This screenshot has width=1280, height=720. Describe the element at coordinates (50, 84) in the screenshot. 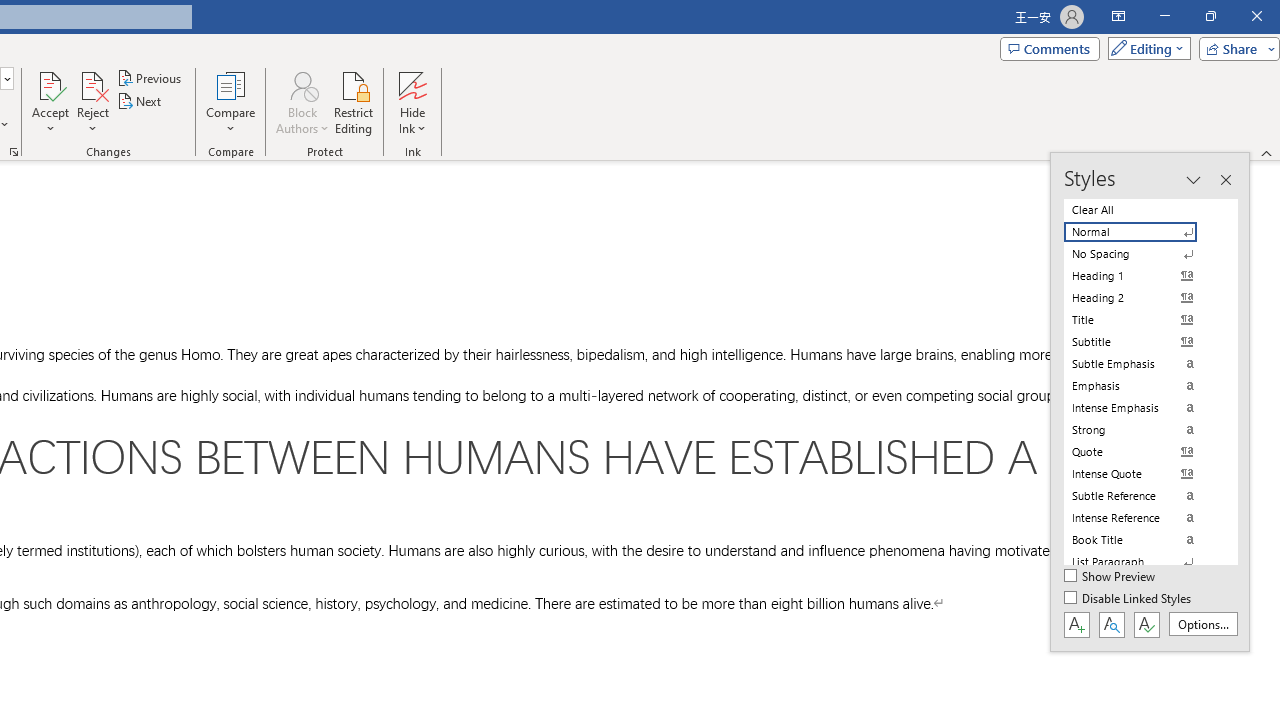

I see `'Accept and Move to Next'` at that location.